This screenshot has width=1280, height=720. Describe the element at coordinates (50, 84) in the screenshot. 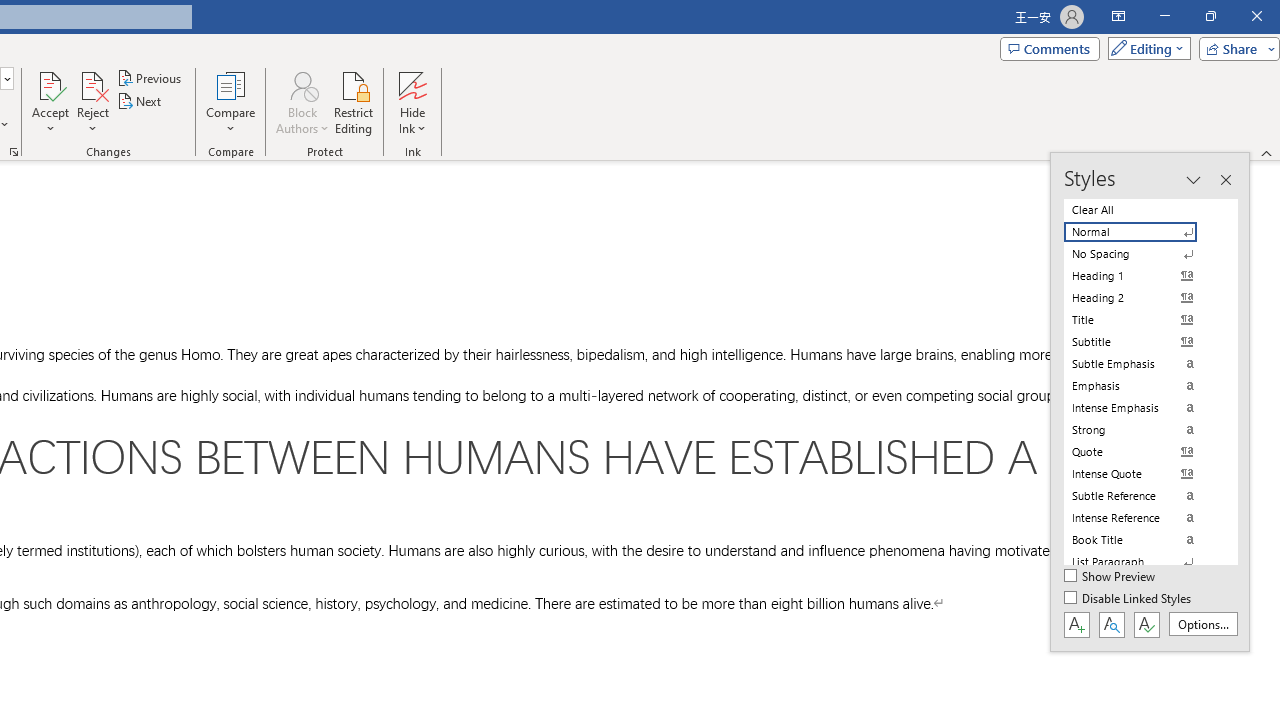

I see `'Accept and Move to Next'` at that location.